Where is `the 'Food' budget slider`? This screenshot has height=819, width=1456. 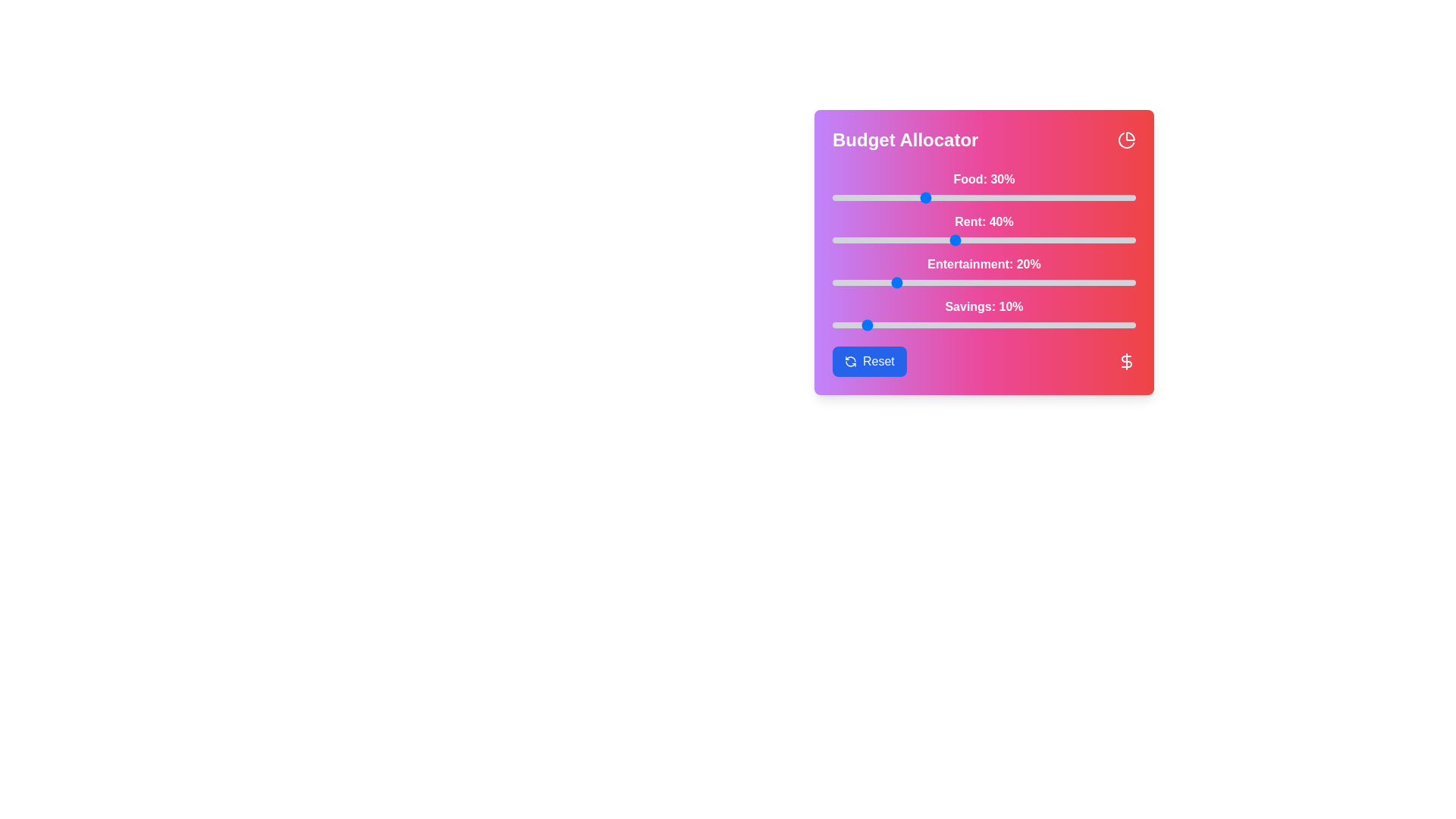 the 'Food' budget slider is located at coordinates (880, 197).